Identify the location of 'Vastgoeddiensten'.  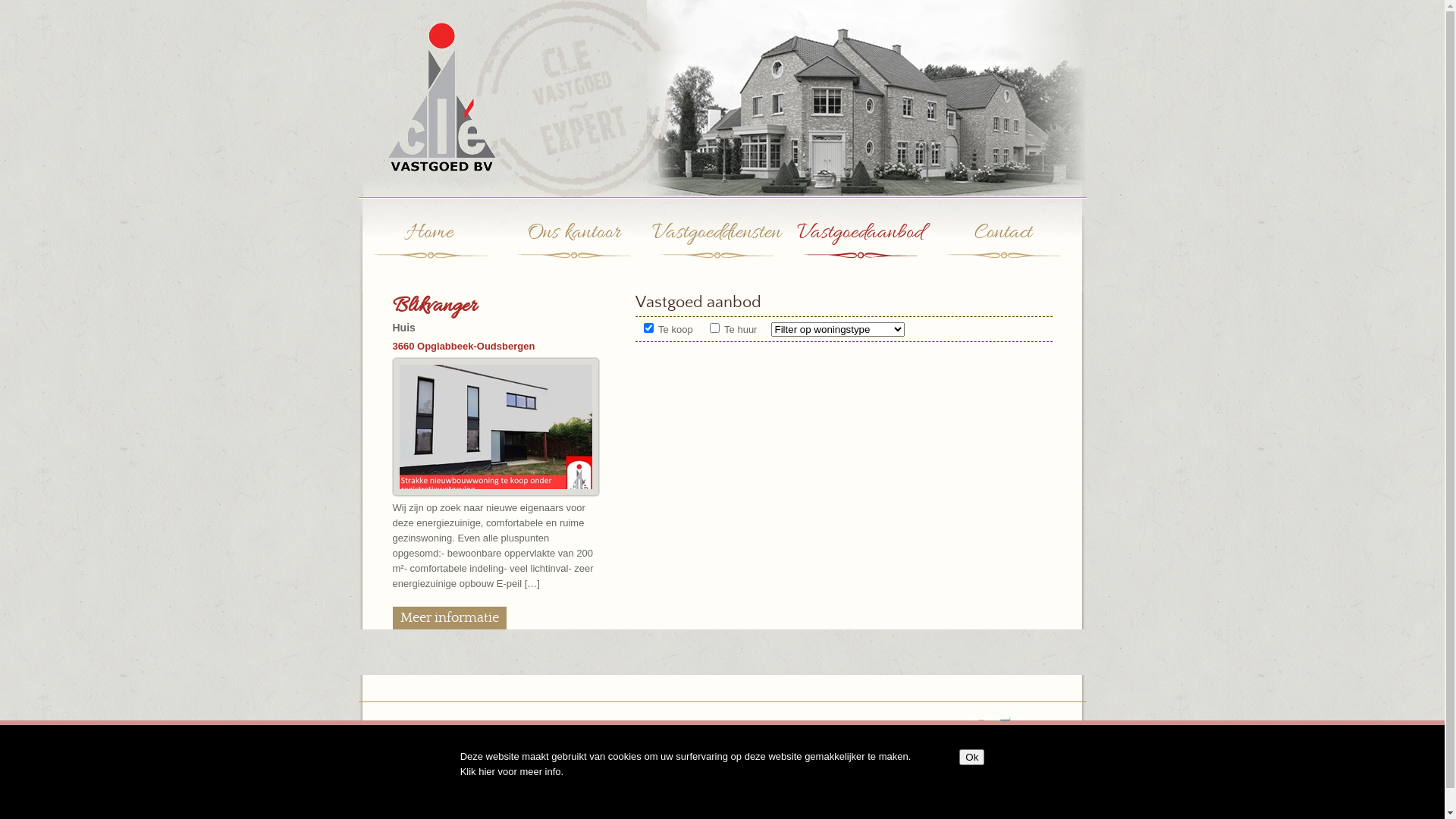
(715, 247).